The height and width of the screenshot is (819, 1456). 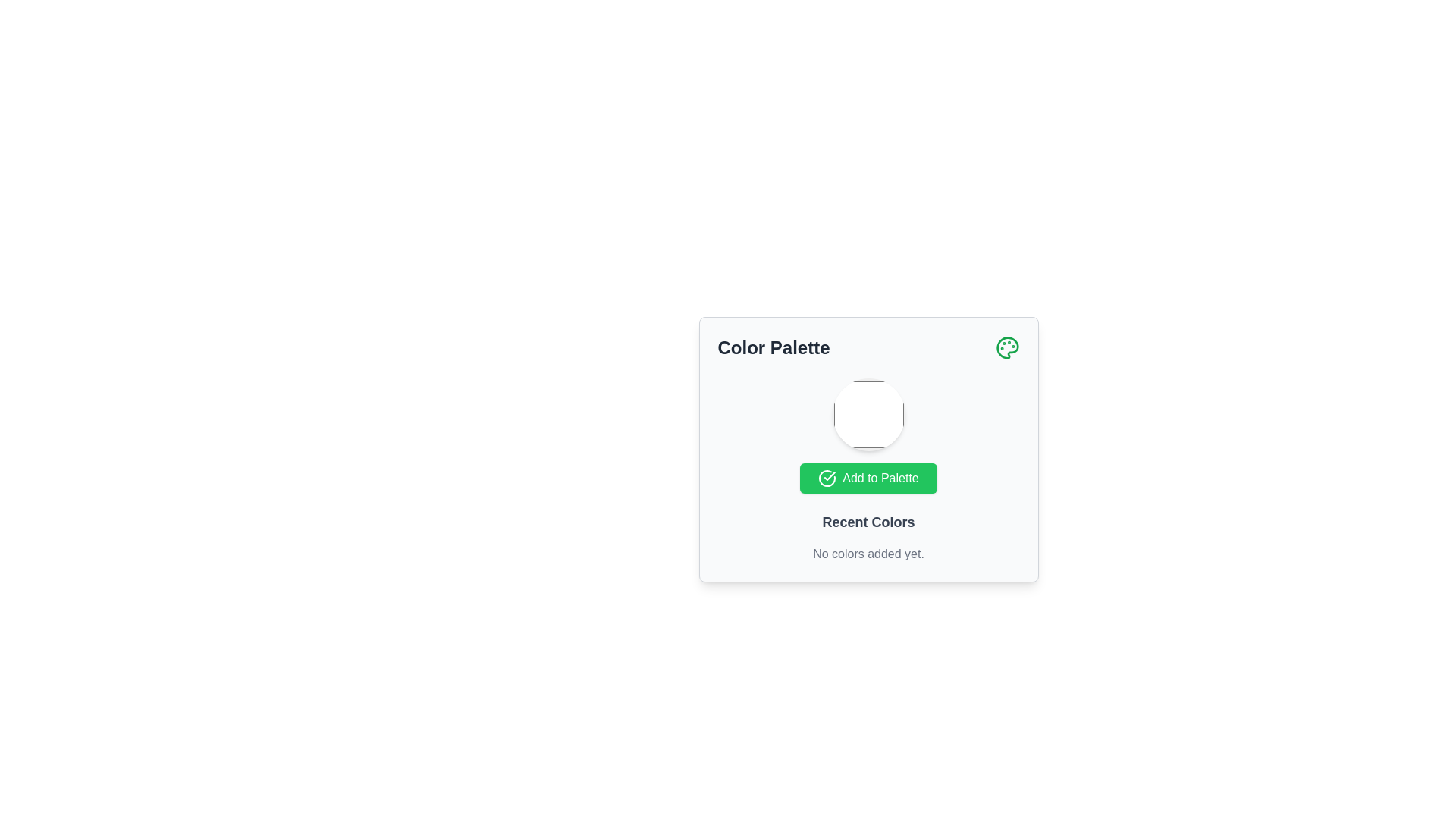 I want to click on the green rectangular button labeled 'Add to Palette' which has a checkmark icon, so click(x=868, y=479).